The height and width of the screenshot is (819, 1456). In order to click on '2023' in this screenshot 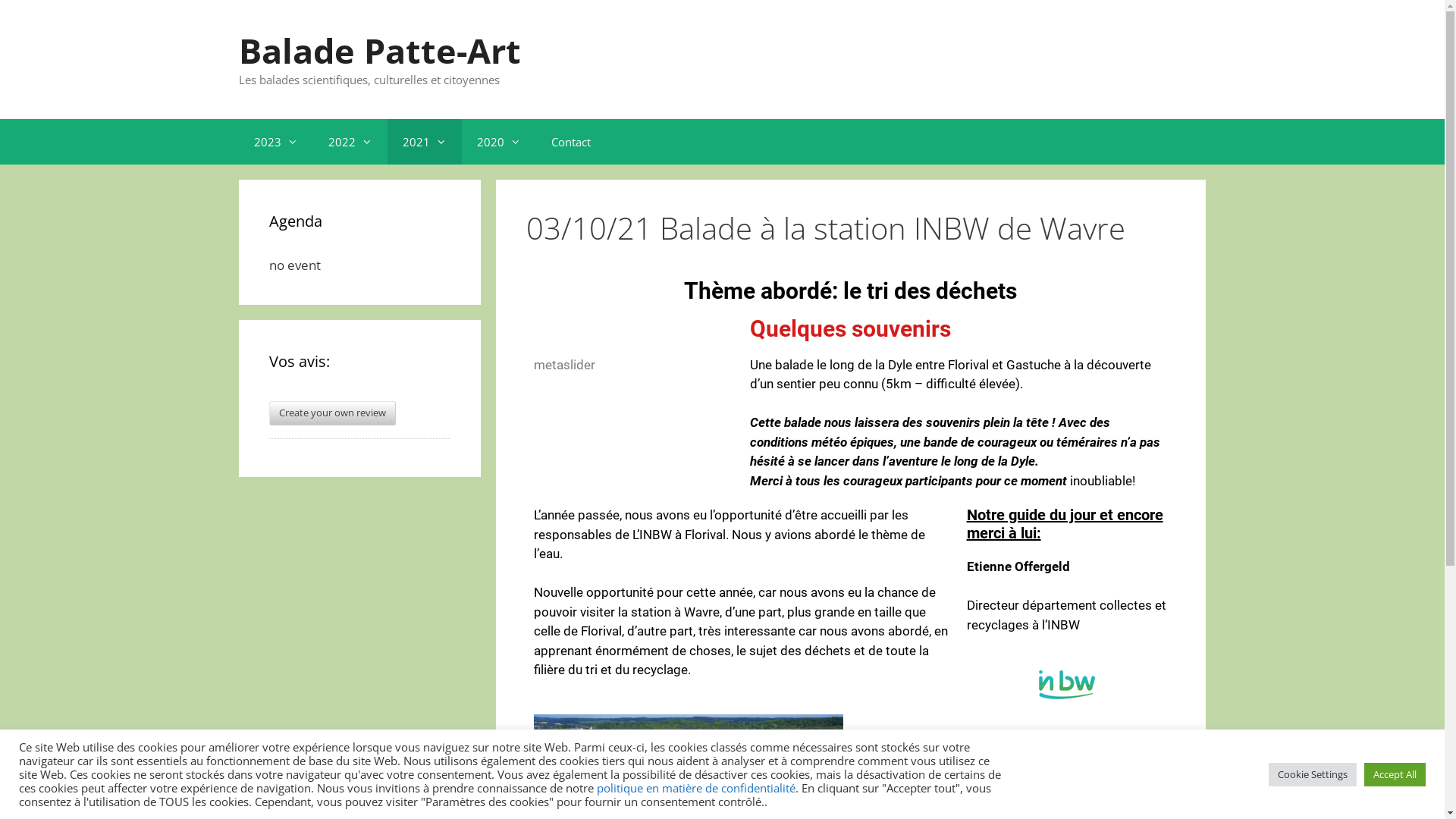, I will do `click(276, 140)`.